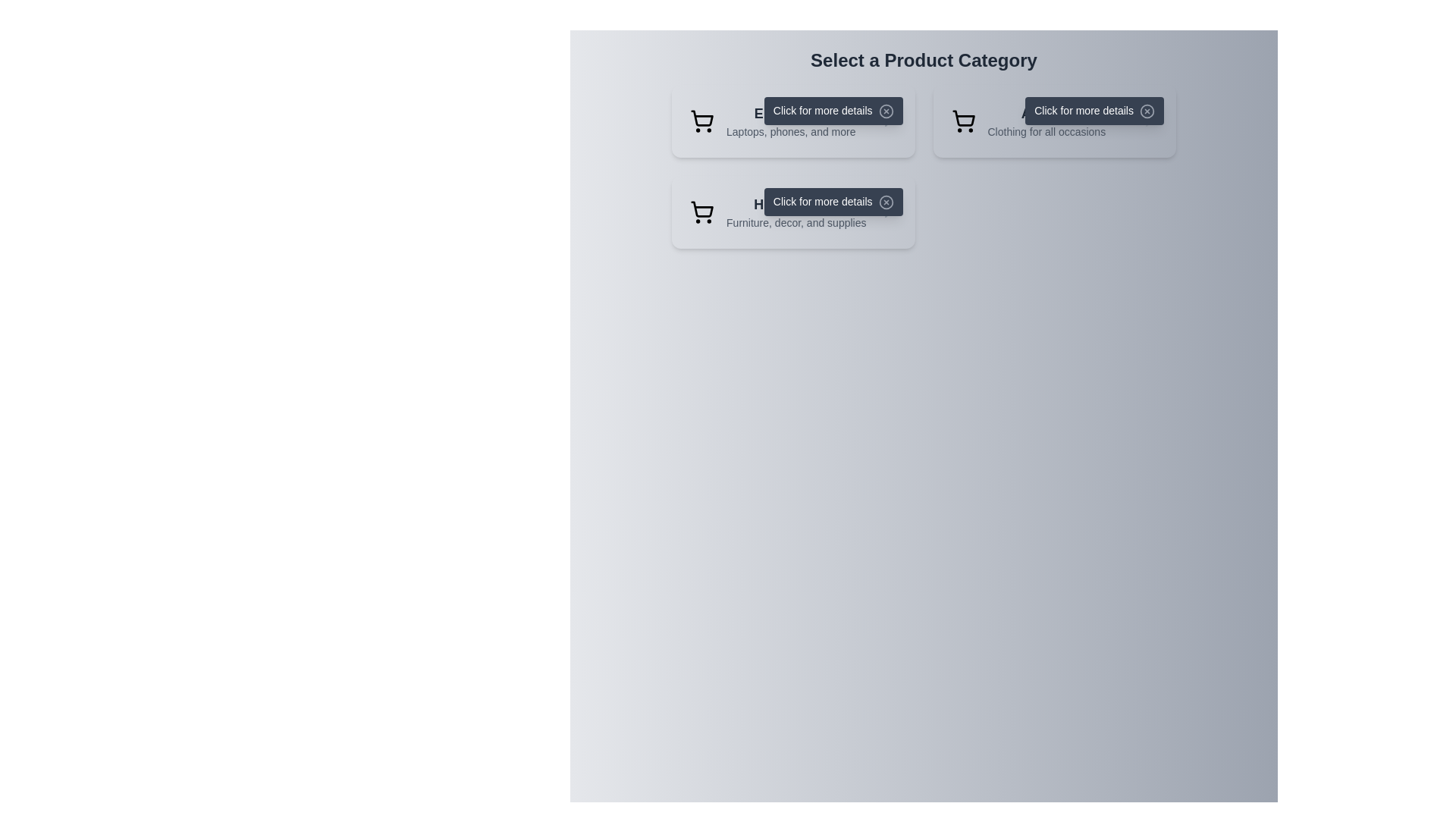 The height and width of the screenshot is (819, 1456). What do you see at coordinates (790, 113) in the screenshot?
I see `the text label that represents and labels a category for electronic products, located in the top-left region of the UI center panel` at bounding box center [790, 113].